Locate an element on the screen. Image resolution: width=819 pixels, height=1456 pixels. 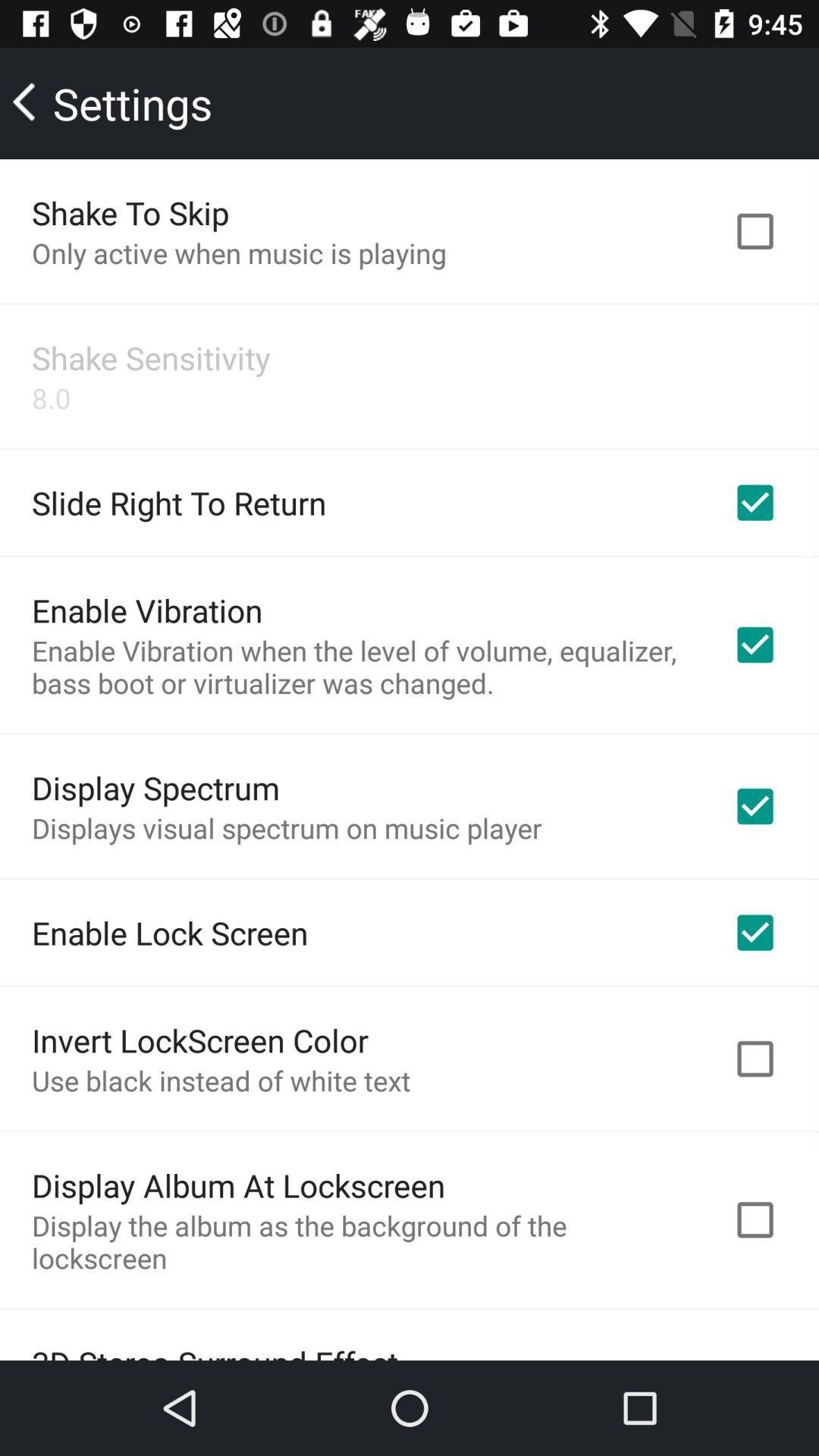
the shake sensitivity item is located at coordinates (151, 356).